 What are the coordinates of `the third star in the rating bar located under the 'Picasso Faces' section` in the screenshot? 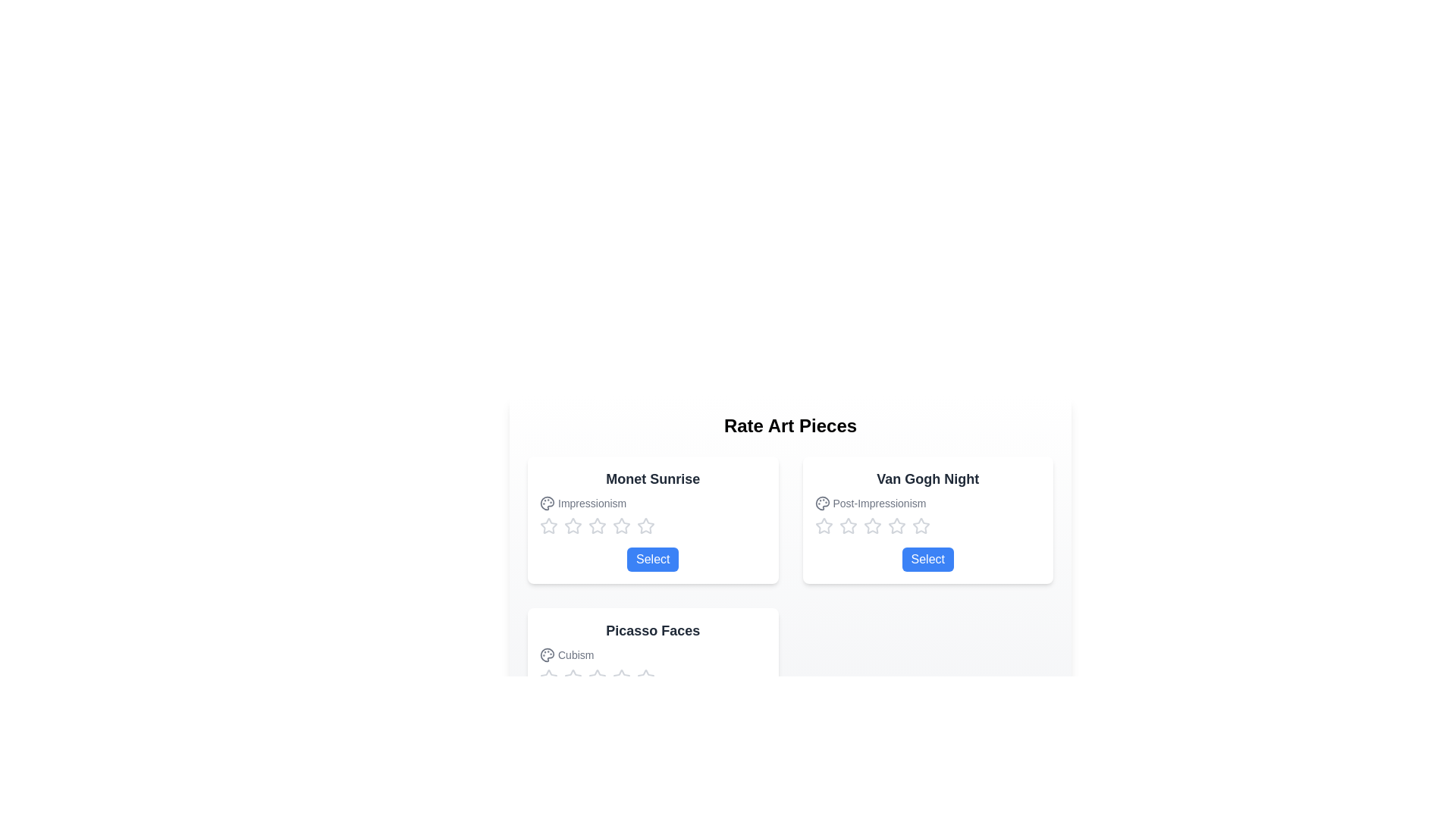 It's located at (622, 676).